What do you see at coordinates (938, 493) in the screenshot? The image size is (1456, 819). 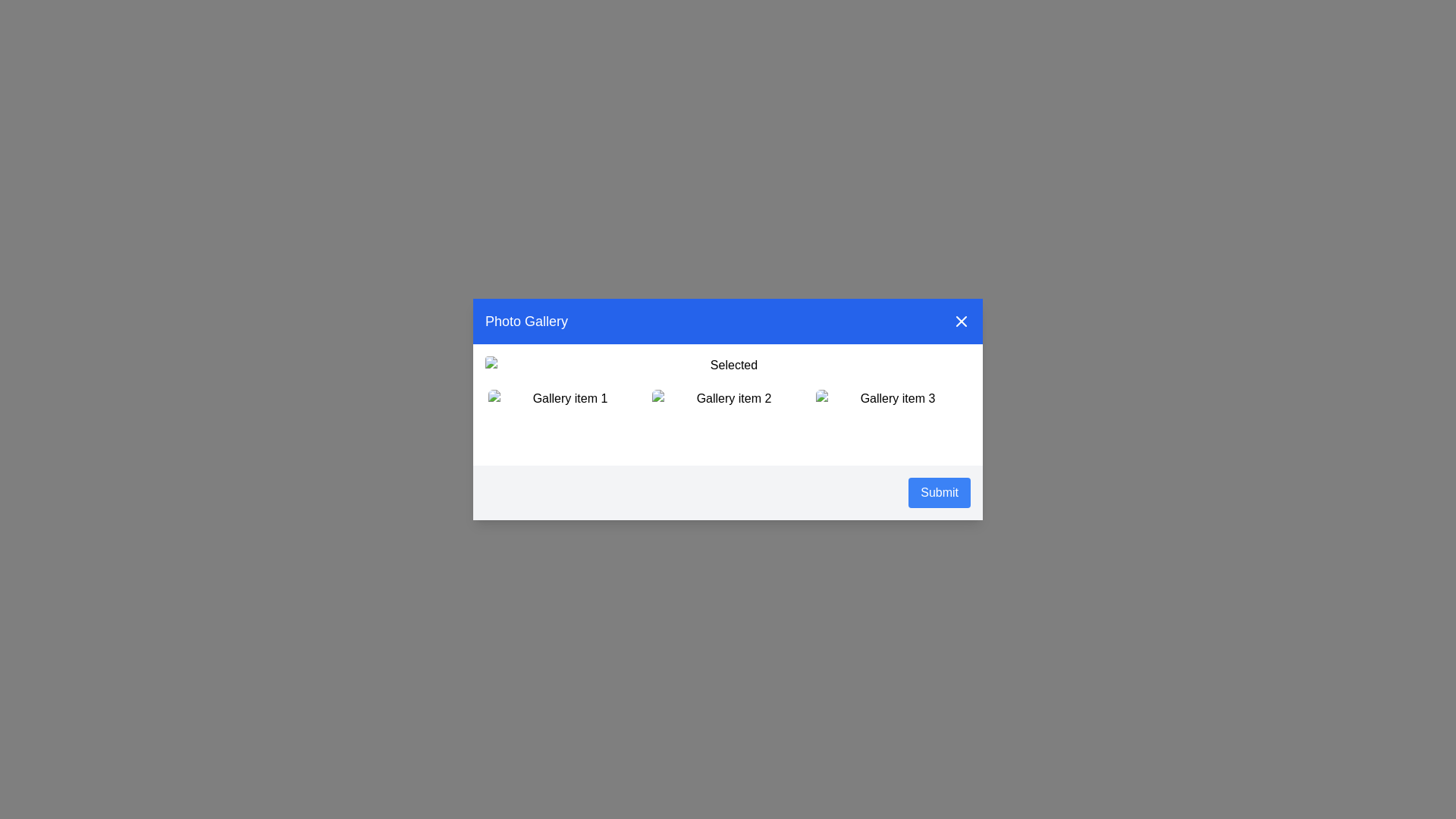 I see `the 'Submit' button to confirm the selection` at bounding box center [938, 493].